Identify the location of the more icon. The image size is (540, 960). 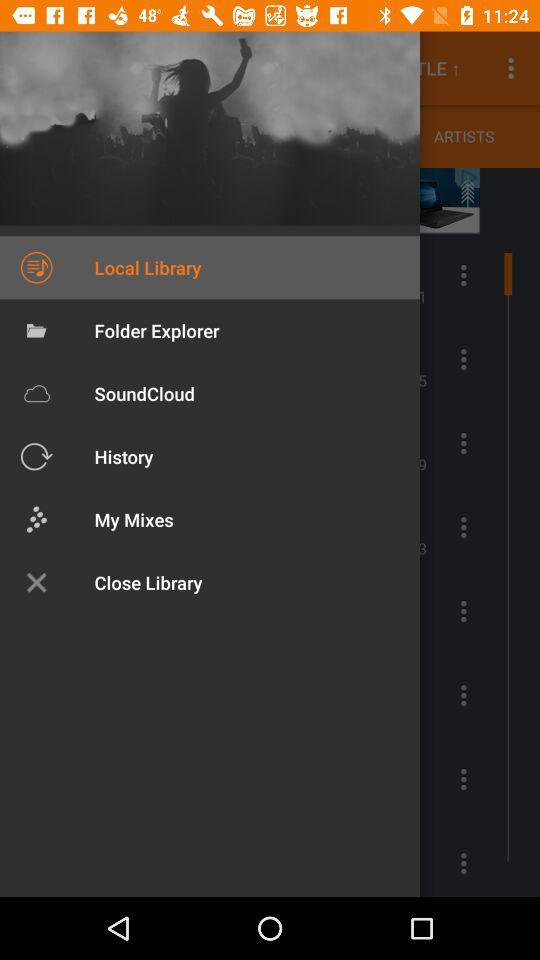
(463, 695).